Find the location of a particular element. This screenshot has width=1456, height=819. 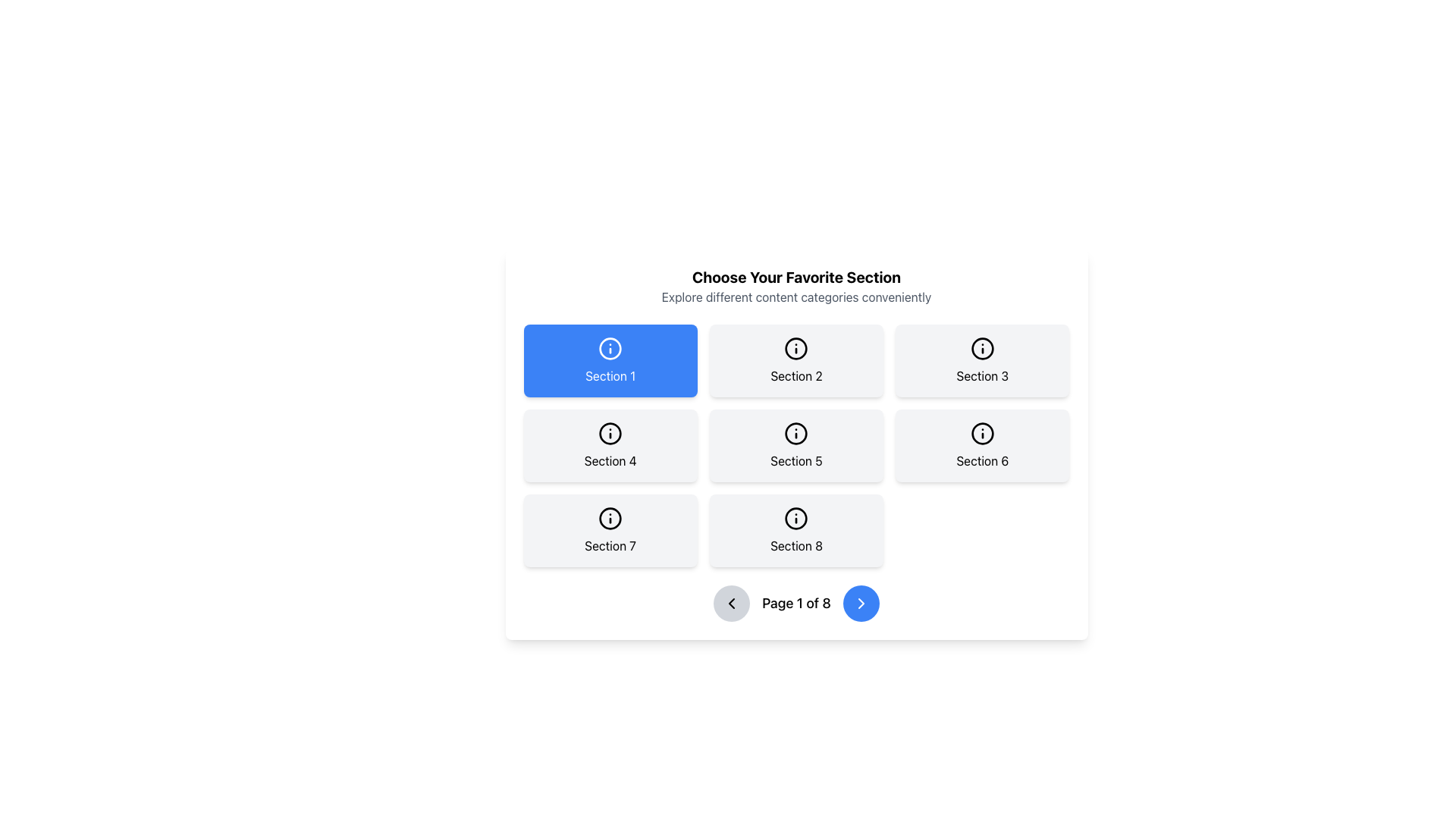

the rightward-pointing chevron icon embedded within the circular button for pagination control is located at coordinates (861, 602).